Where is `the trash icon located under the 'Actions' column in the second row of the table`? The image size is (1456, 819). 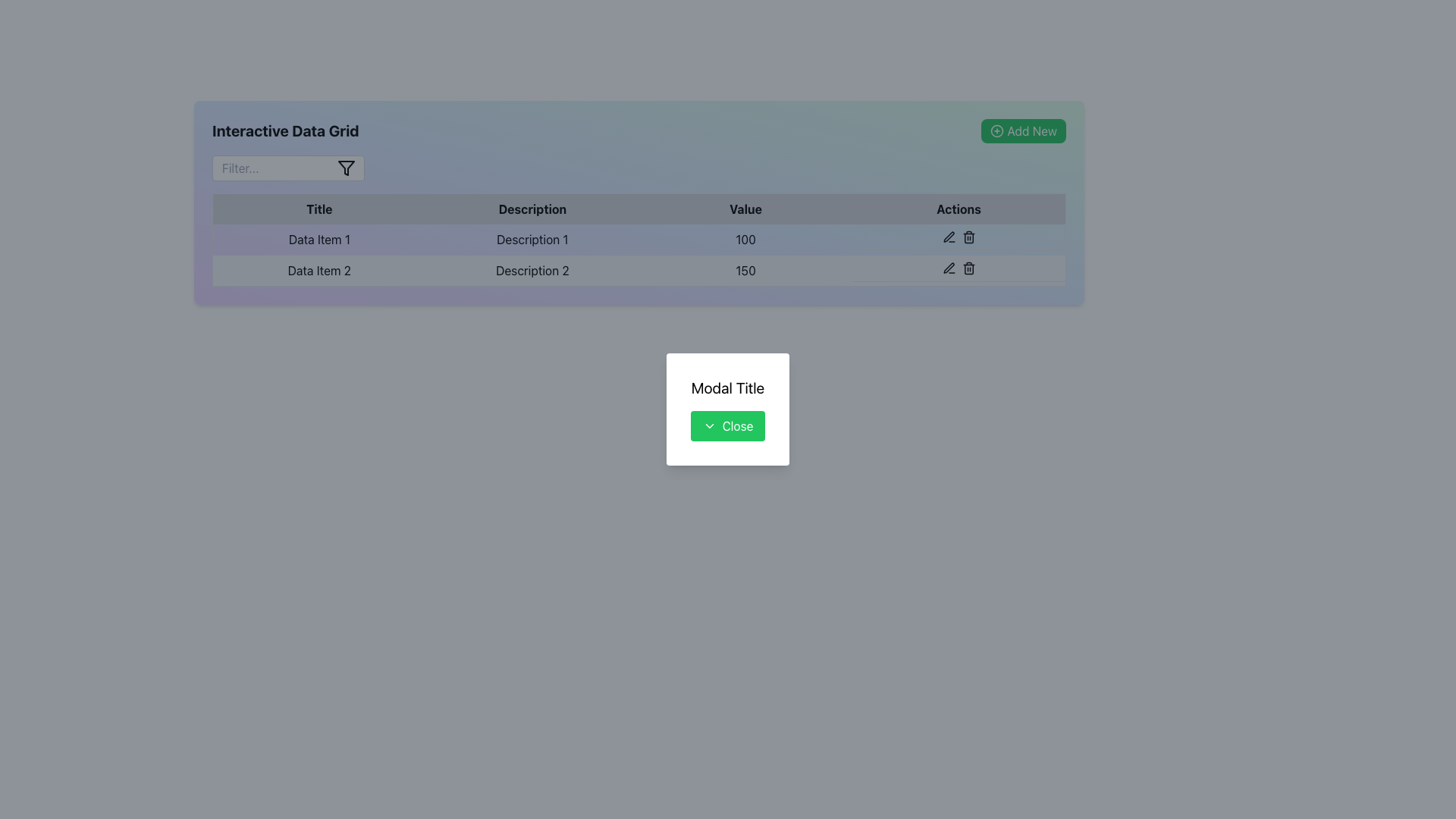 the trash icon located under the 'Actions' column in the second row of the table is located at coordinates (968, 268).